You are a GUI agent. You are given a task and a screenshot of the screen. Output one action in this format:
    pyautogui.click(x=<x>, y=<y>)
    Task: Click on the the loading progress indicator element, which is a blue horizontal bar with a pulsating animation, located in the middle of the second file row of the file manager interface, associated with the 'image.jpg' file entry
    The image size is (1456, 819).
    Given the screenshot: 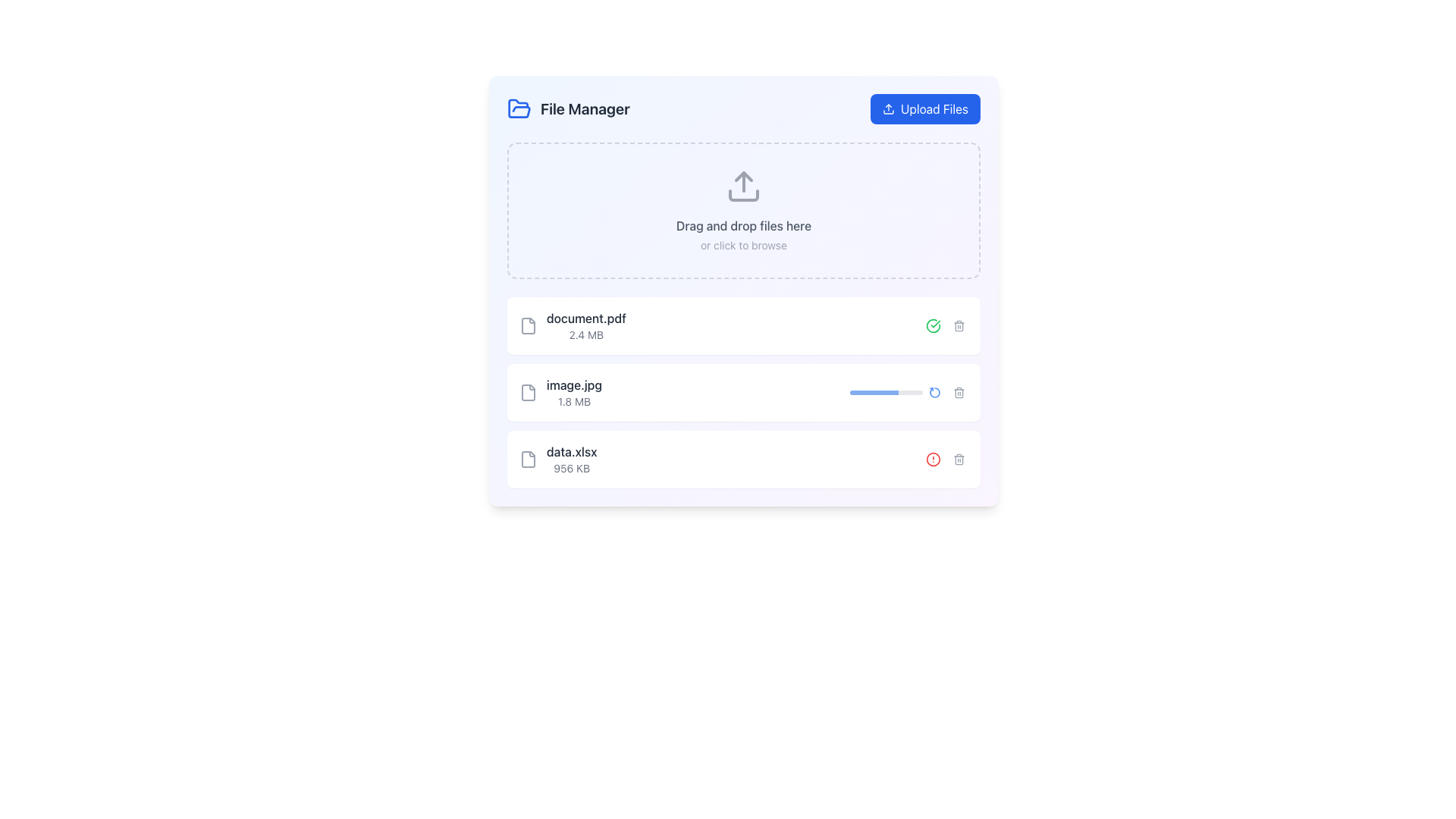 What is the action you would take?
    pyautogui.click(x=874, y=391)
    